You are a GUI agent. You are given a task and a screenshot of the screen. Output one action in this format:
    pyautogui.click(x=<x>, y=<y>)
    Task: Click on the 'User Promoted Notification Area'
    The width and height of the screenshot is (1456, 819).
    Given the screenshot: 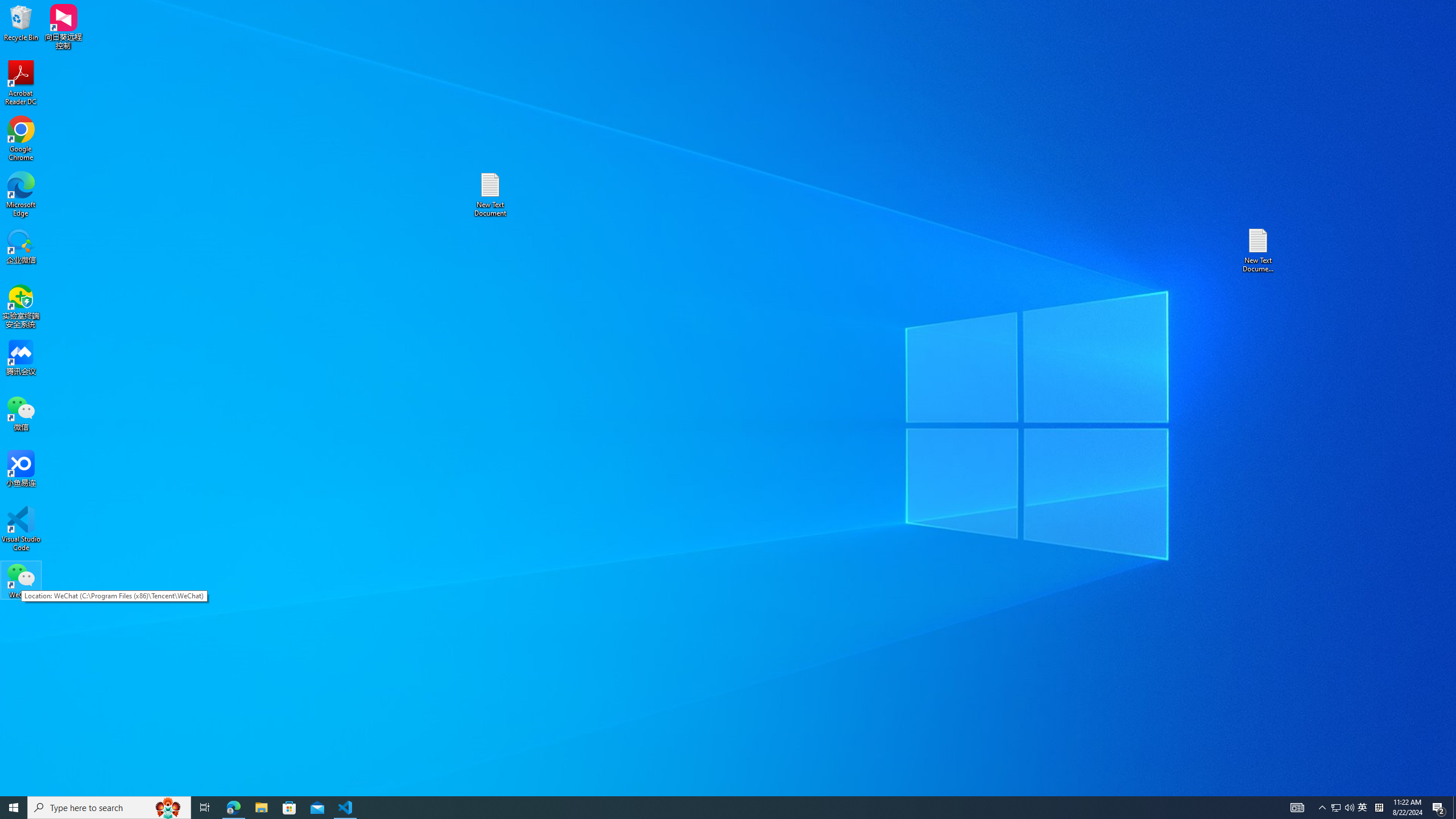 What is the action you would take?
    pyautogui.click(x=1363, y=806)
    